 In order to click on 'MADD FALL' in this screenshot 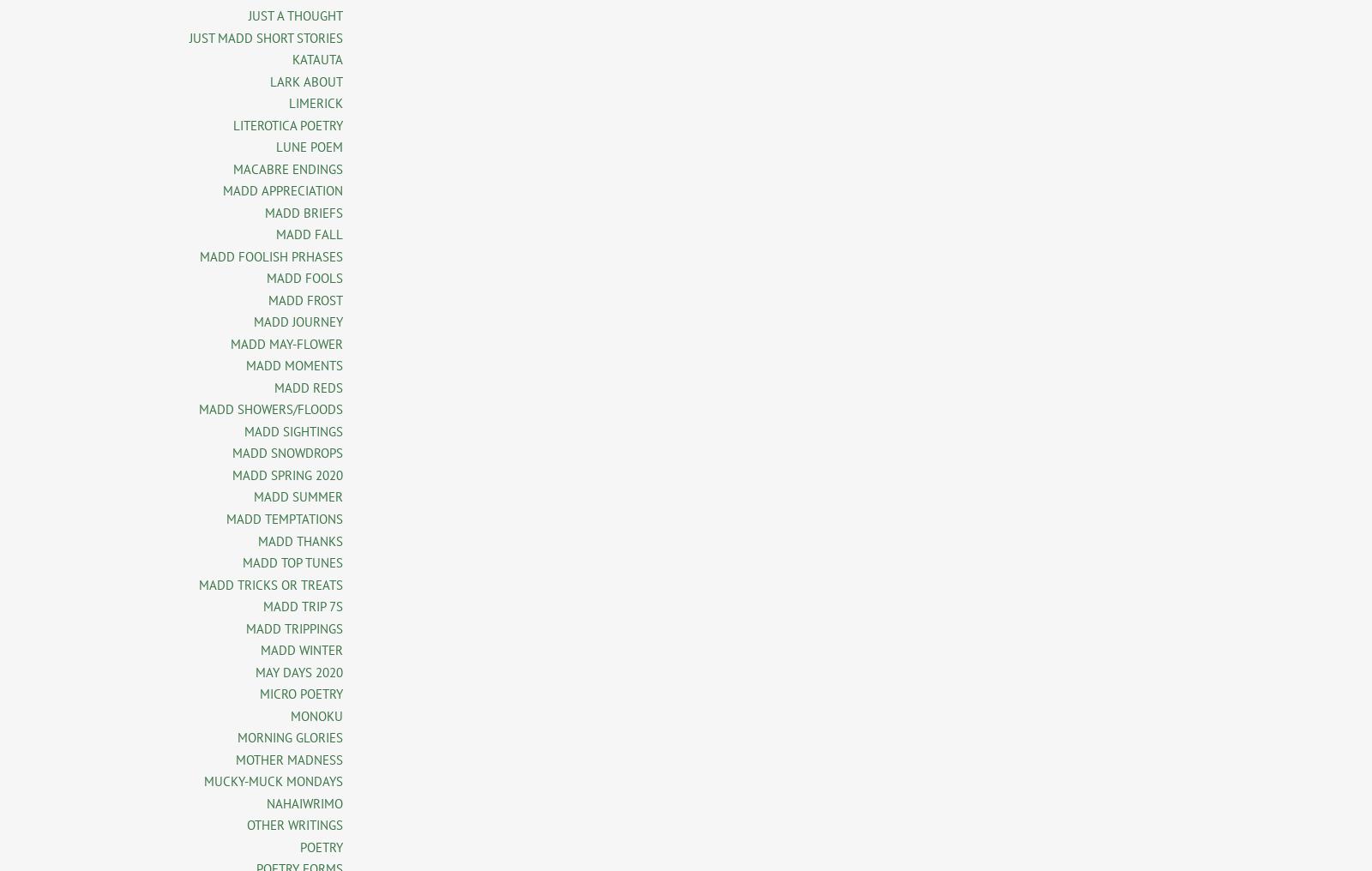, I will do `click(309, 233)`.